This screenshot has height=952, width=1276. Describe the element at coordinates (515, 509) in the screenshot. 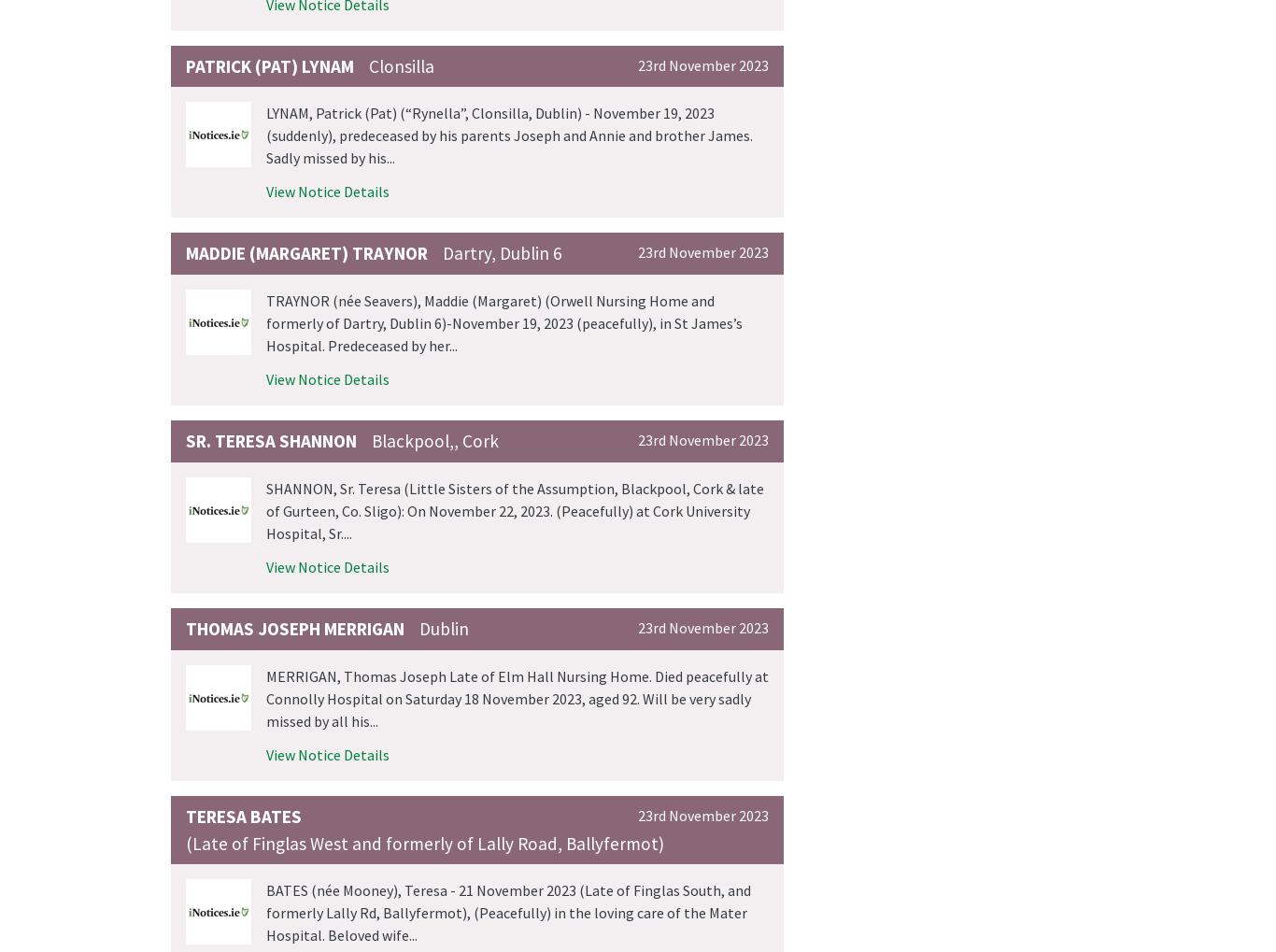

I see `'SHANNON, Sr. Teresa                     (Little Sisters of the Assumption, Blackpool, Cork & late of Gurteen, Co. Sligo): On November 22, 2023. (Peacefully) at Cork University Hospital, Sr....'` at that location.